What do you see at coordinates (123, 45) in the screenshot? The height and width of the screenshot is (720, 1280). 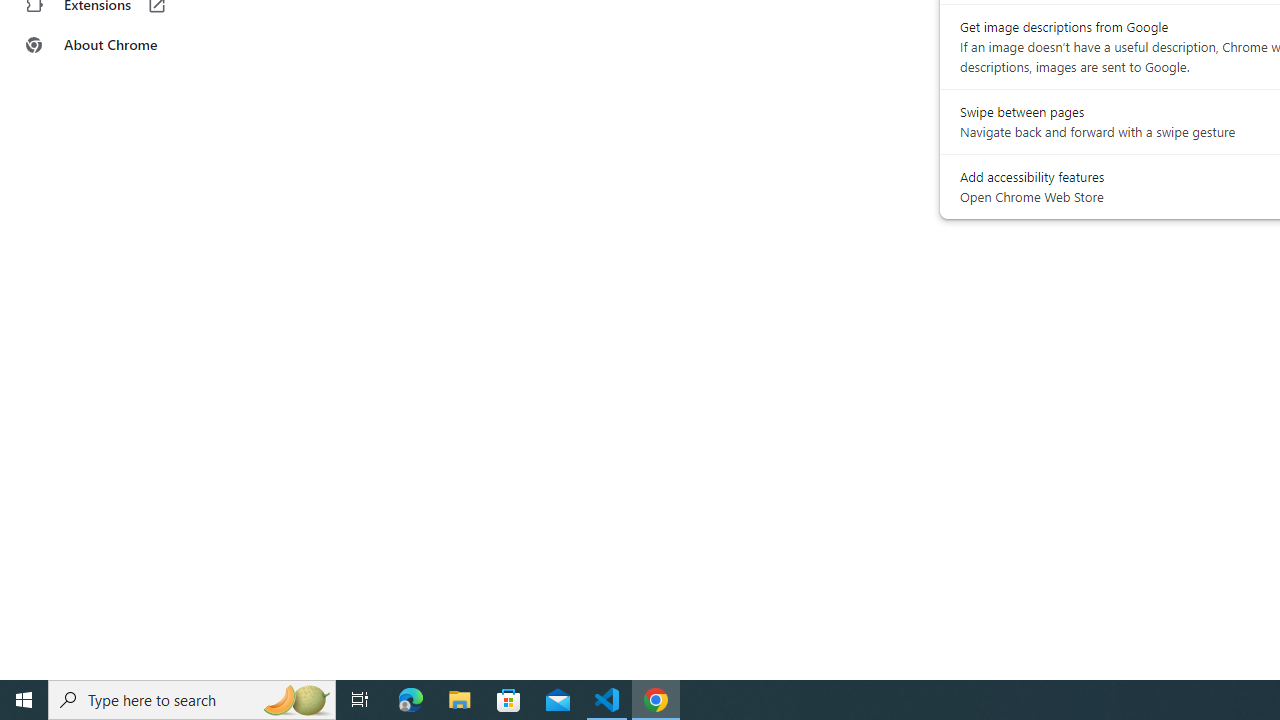 I see `'About Chrome'` at bounding box center [123, 45].